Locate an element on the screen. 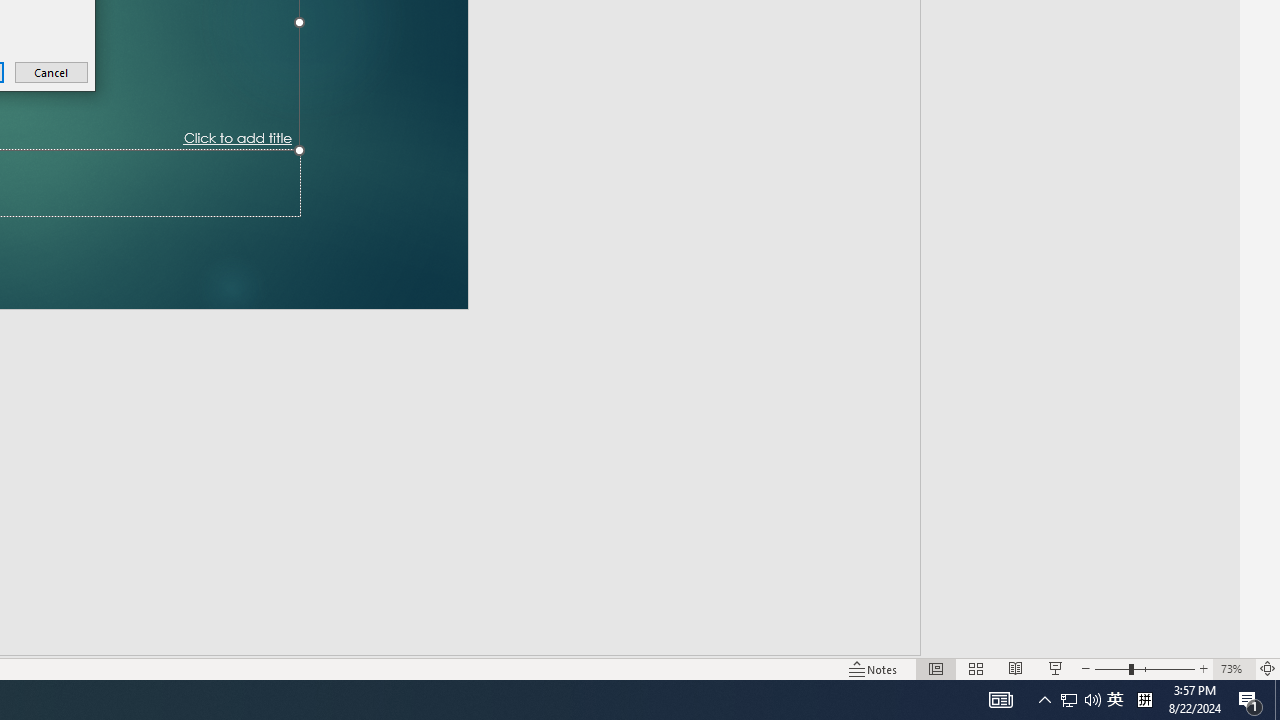 Image resolution: width=1280 pixels, height=720 pixels. 'Q2790: 100%' is located at coordinates (1144, 698).